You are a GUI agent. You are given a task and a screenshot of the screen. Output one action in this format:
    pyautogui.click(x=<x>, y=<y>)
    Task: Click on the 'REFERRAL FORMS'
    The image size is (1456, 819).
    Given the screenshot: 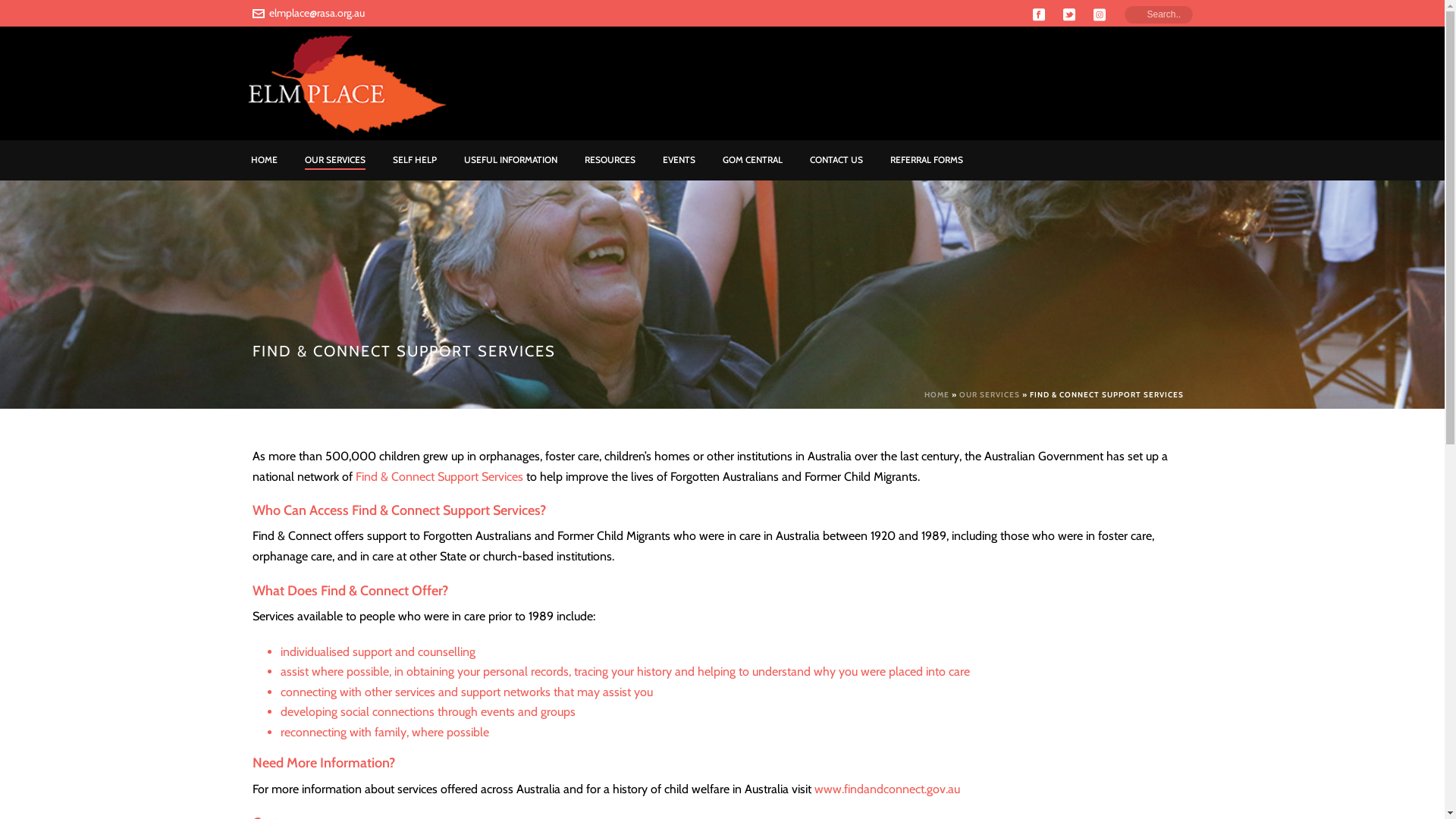 What is the action you would take?
    pyautogui.click(x=926, y=160)
    